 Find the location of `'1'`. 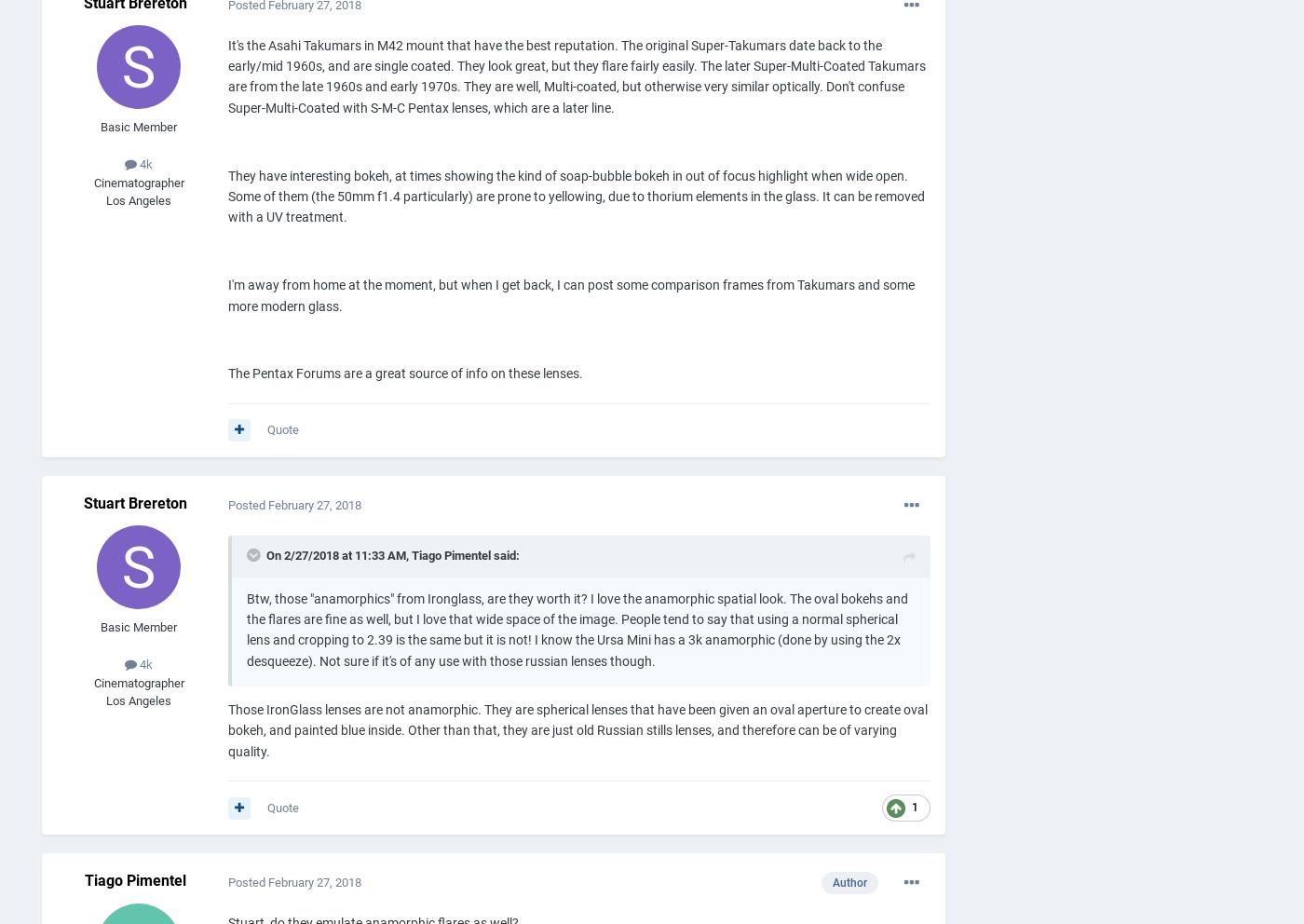

'1' is located at coordinates (915, 807).